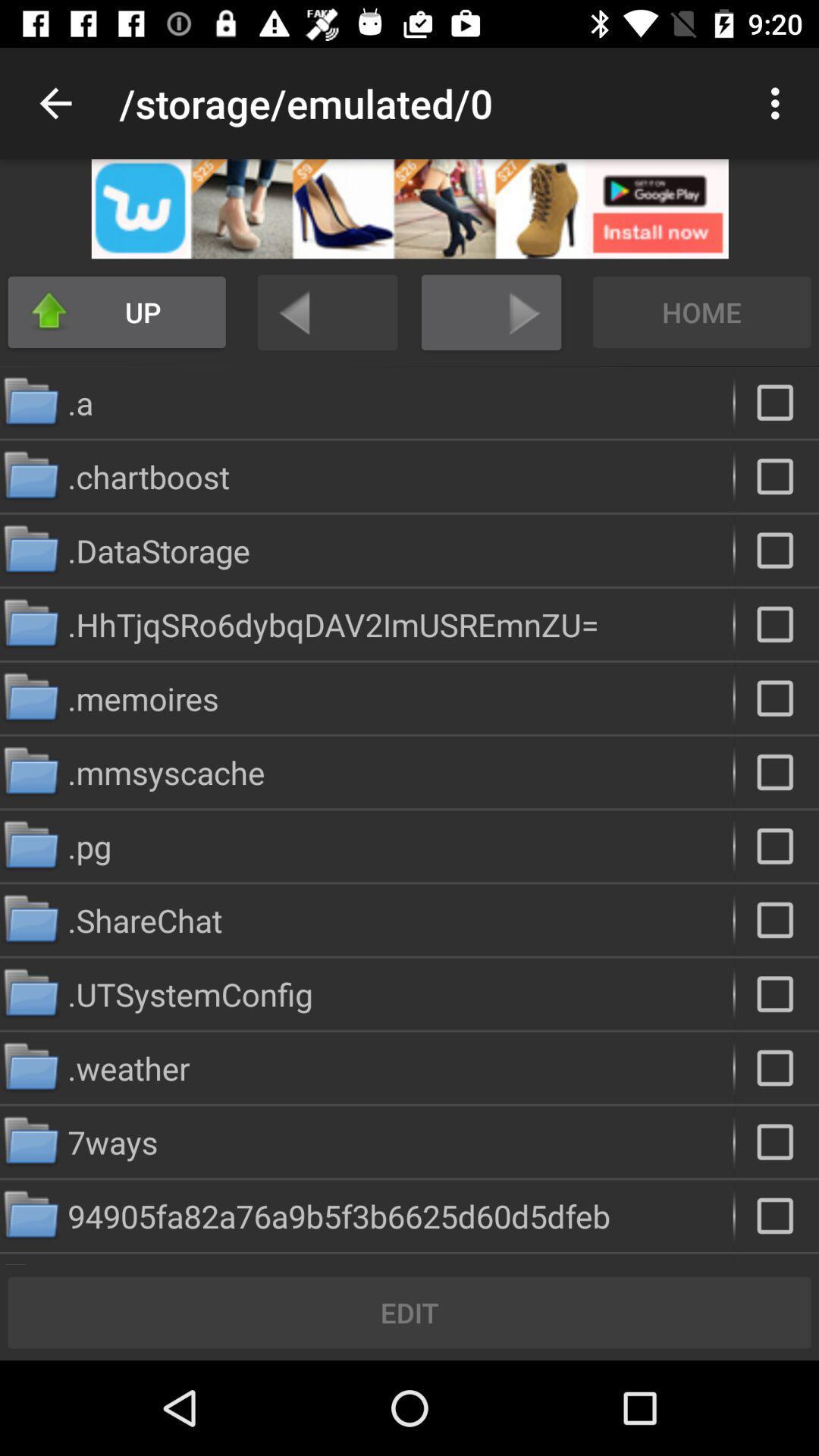 The width and height of the screenshot is (819, 1456). Describe the element at coordinates (777, 403) in the screenshot. I see `folder` at that location.